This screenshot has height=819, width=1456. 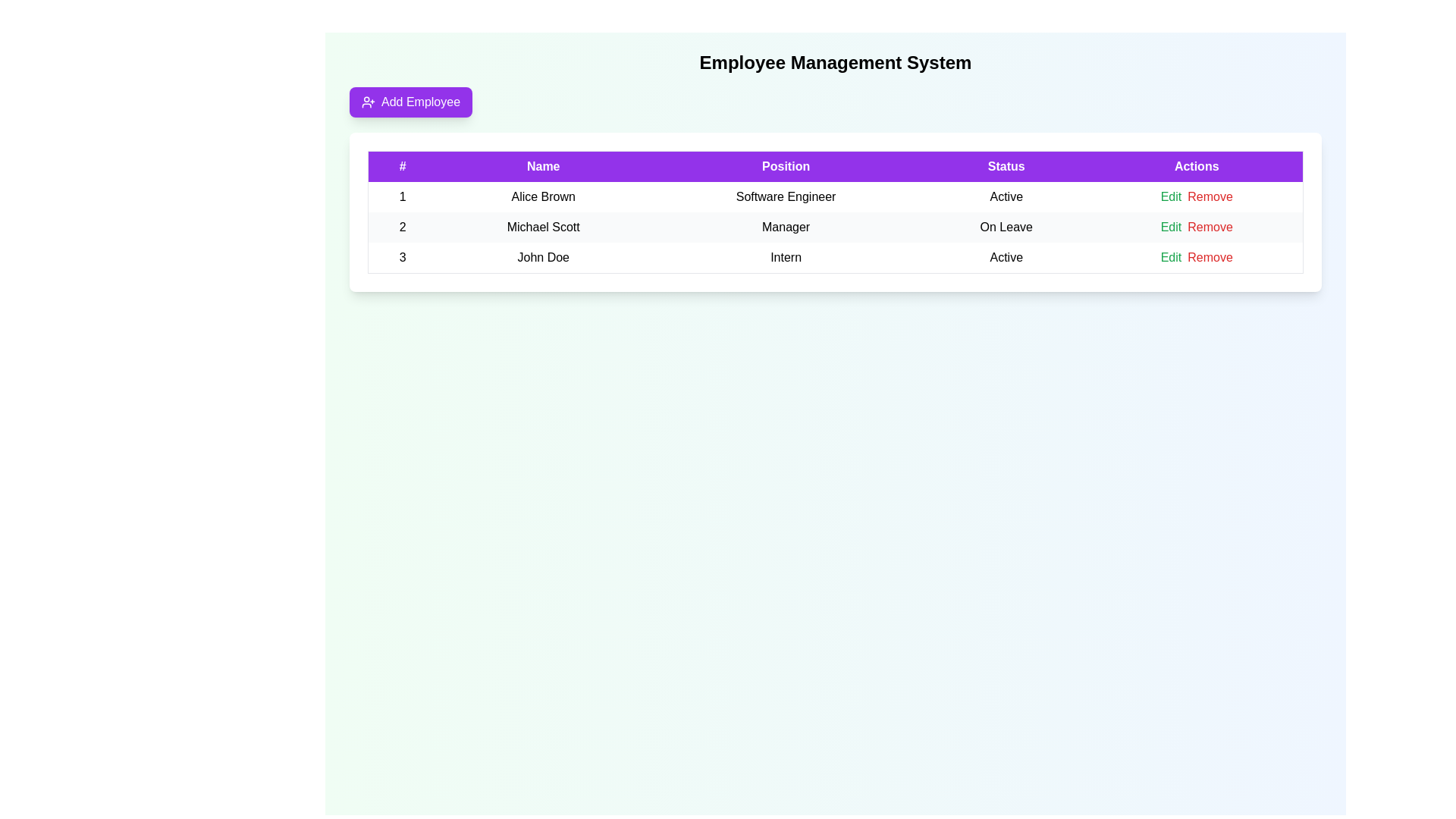 I want to click on the Text element representing Alice Brown's job title in the employee data table, located in the 'Position' column, so click(x=786, y=196).